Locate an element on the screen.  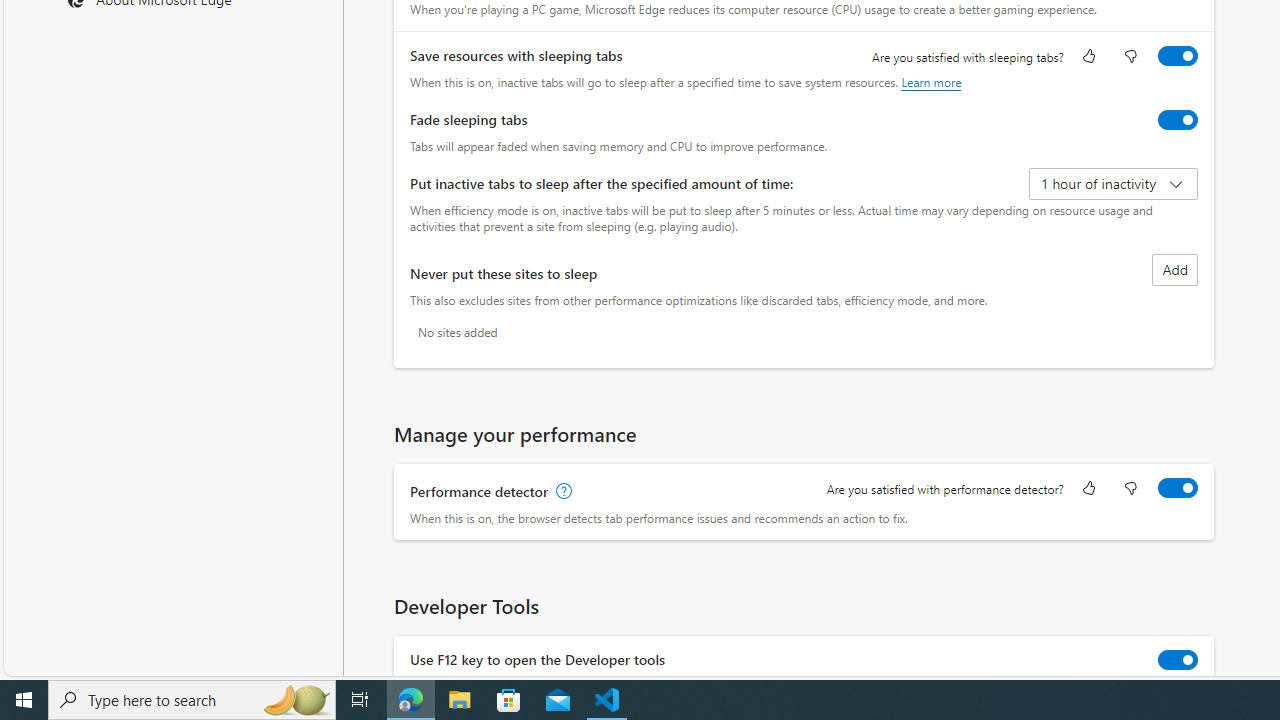
'Performance detector, learn more' is located at coordinates (561, 492).